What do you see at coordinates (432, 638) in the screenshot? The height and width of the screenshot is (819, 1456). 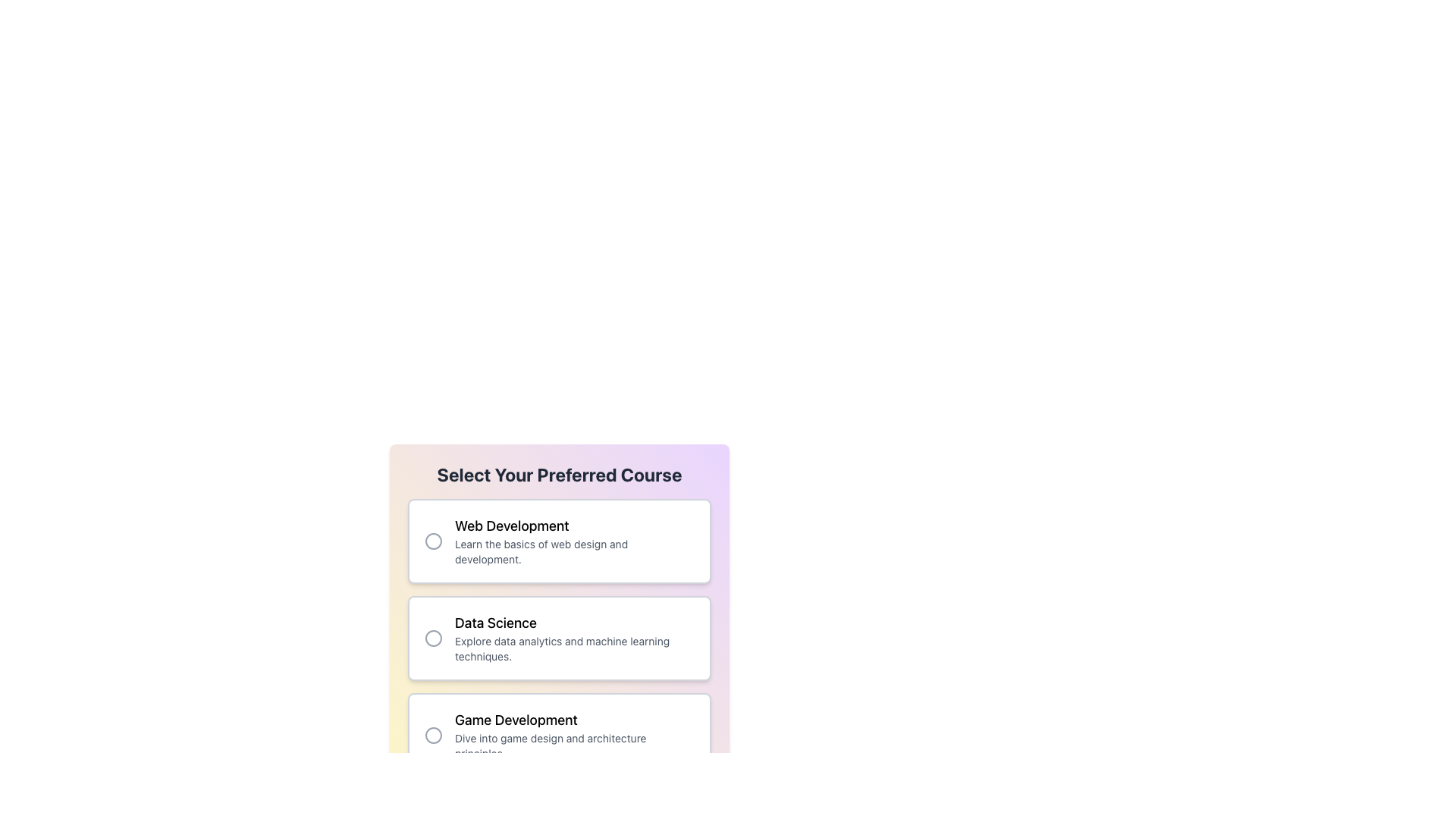 I see `the selectable radio button for 'Data Science'` at bounding box center [432, 638].